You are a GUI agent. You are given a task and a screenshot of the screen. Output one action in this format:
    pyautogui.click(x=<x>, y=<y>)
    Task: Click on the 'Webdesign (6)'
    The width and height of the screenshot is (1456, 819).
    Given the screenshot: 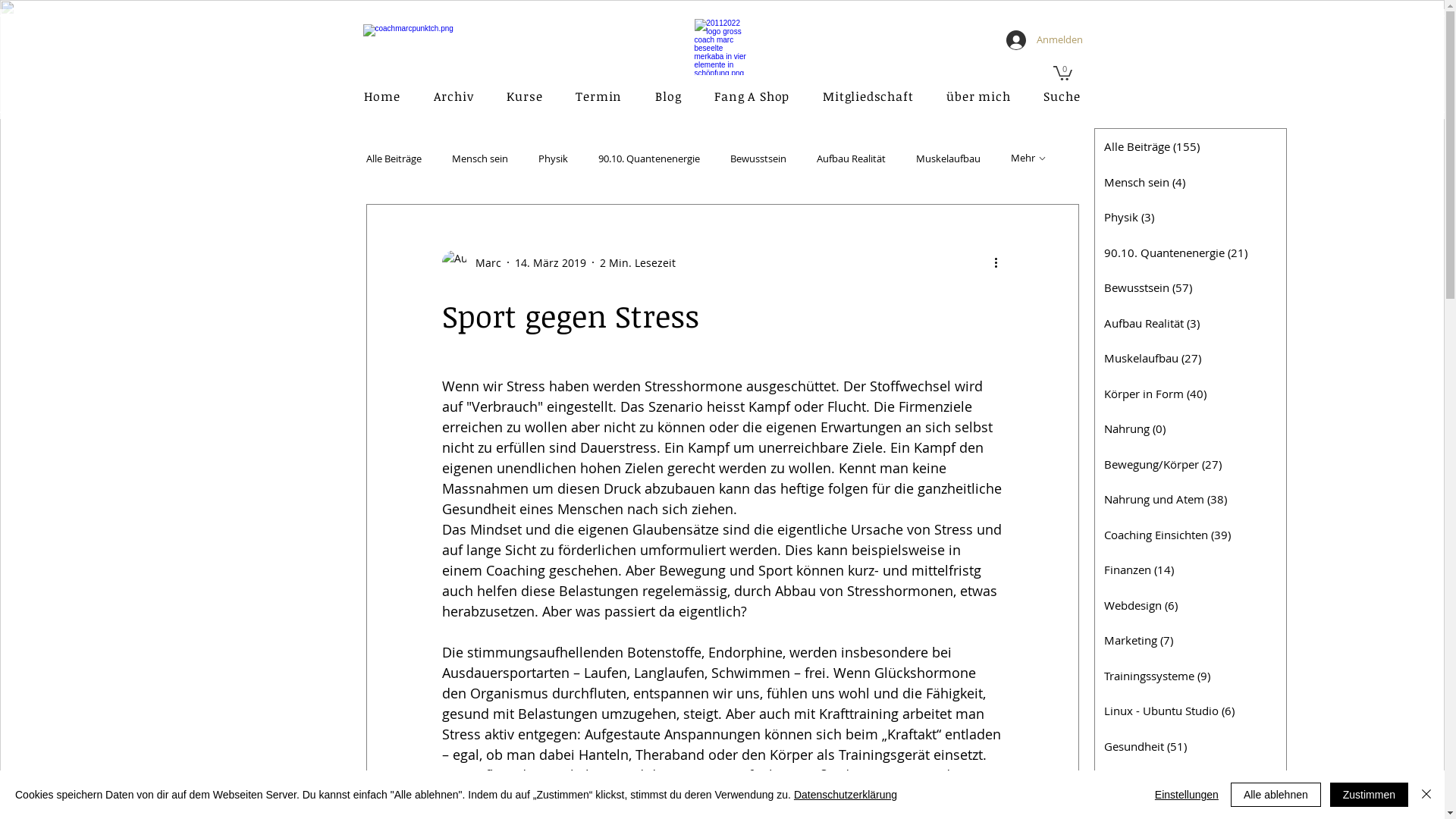 What is the action you would take?
    pyautogui.click(x=1189, y=604)
    